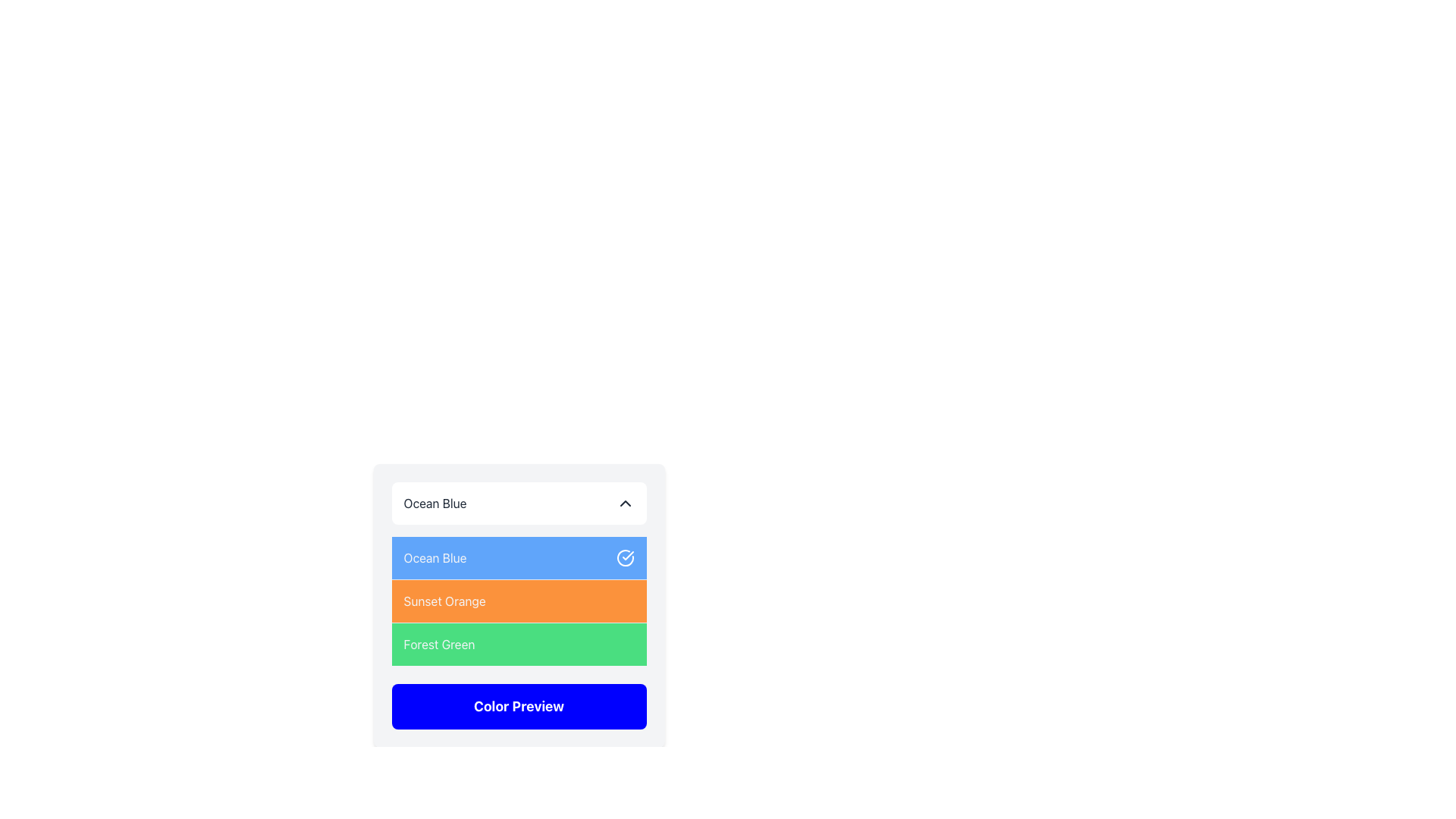  What do you see at coordinates (628, 555) in the screenshot?
I see `the small white checkmark icon located within the blue circular button on the right side of the 'Ocean Blue' option in the dropdown list` at bounding box center [628, 555].